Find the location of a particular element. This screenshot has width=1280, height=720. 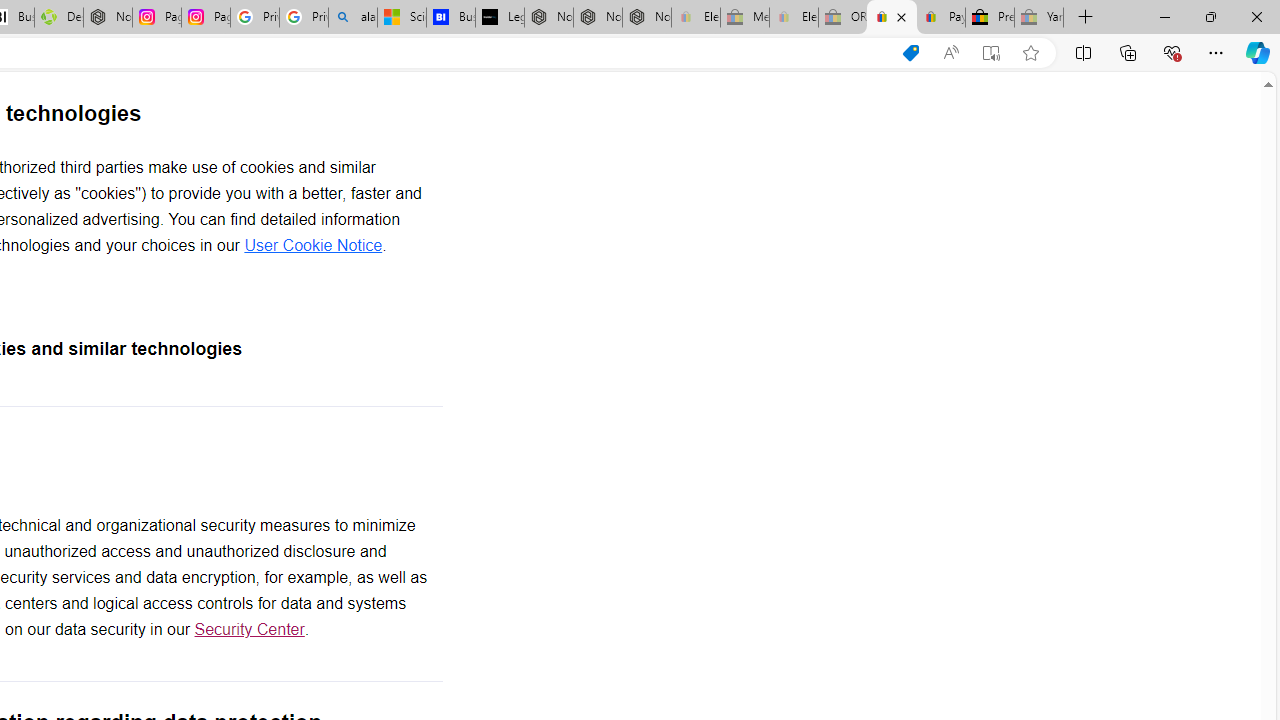

'Payments Terms of Use | eBay.com' is located at coordinates (939, 17).